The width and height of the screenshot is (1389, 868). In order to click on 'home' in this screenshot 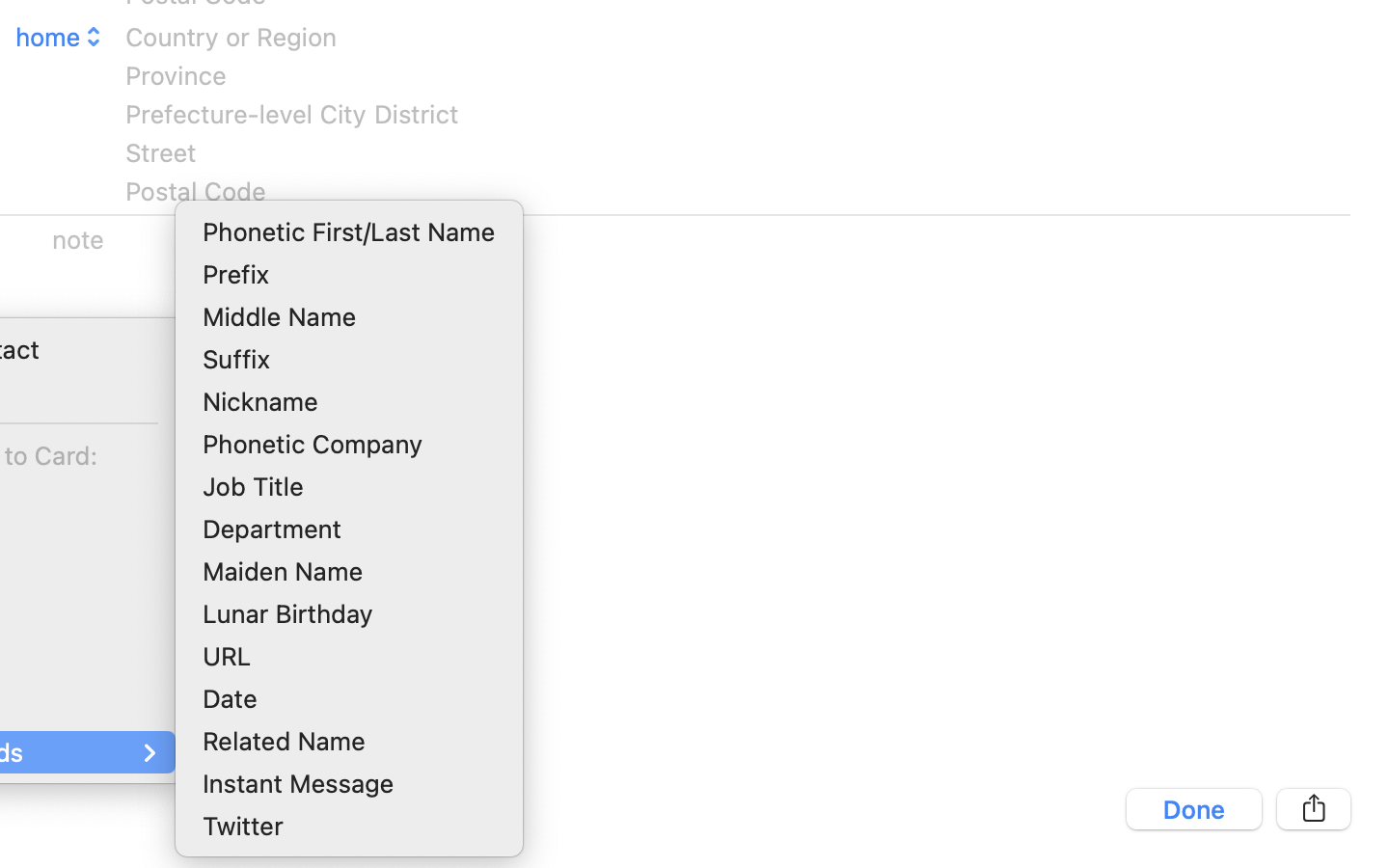, I will do `click(61, 35)`.